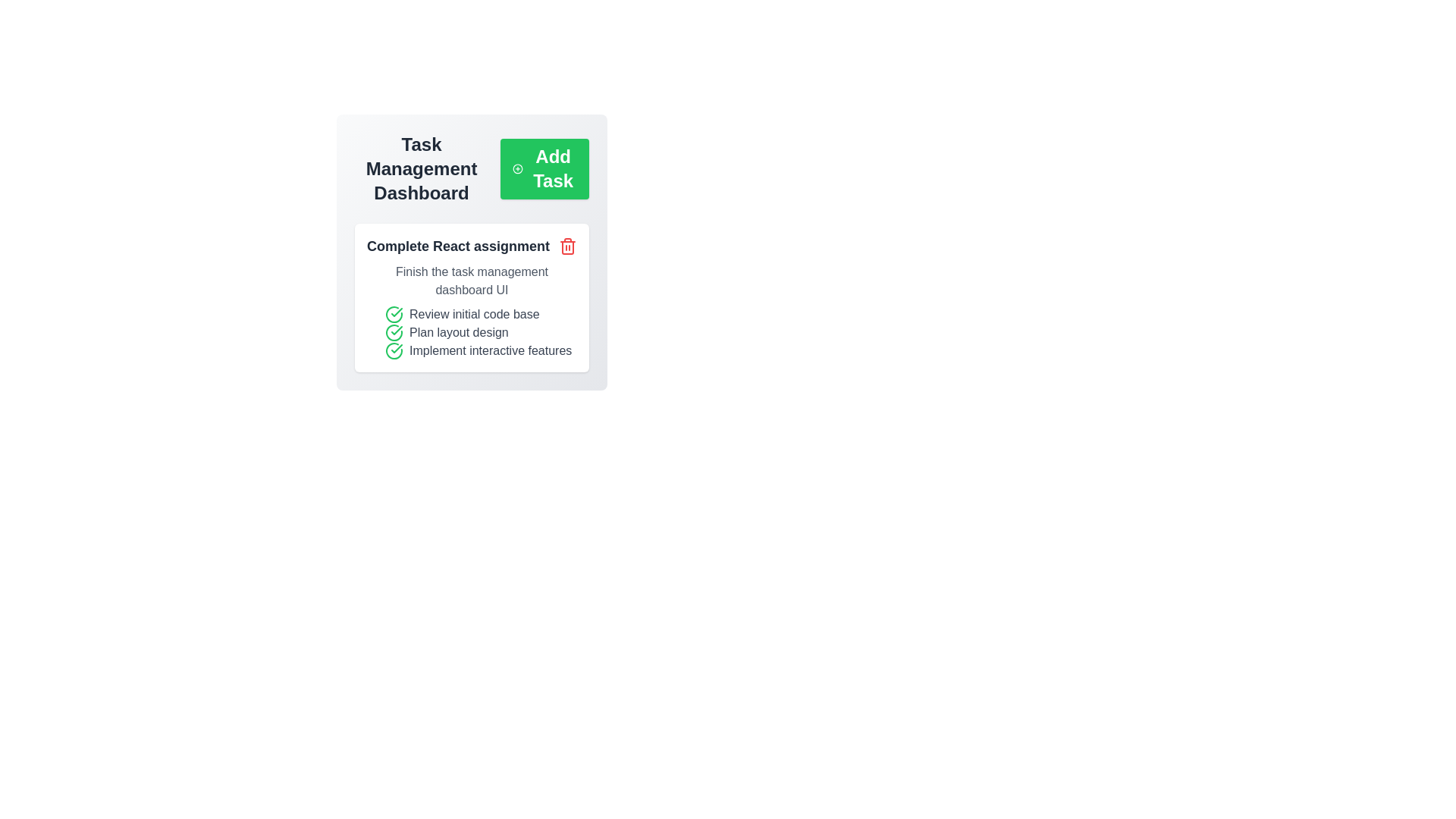 The width and height of the screenshot is (1456, 819). I want to click on the SVG Circle Element representing a plus symbol inside a circle, located to the right of the green 'Add Task' button, so click(518, 169).